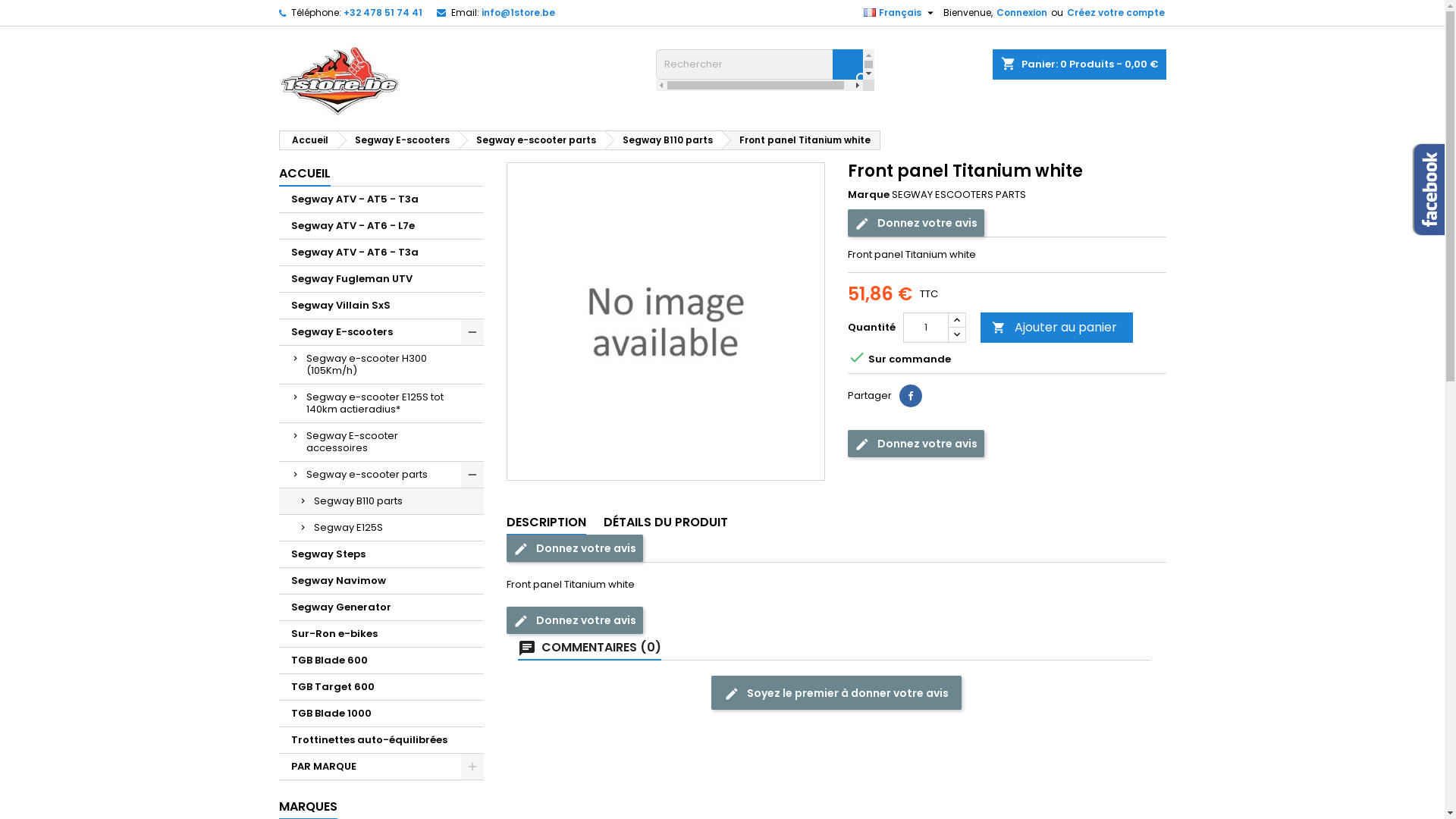 This screenshot has width=1456, height=819. I want to click on 'Donnez votre avis', so click(915, 222).